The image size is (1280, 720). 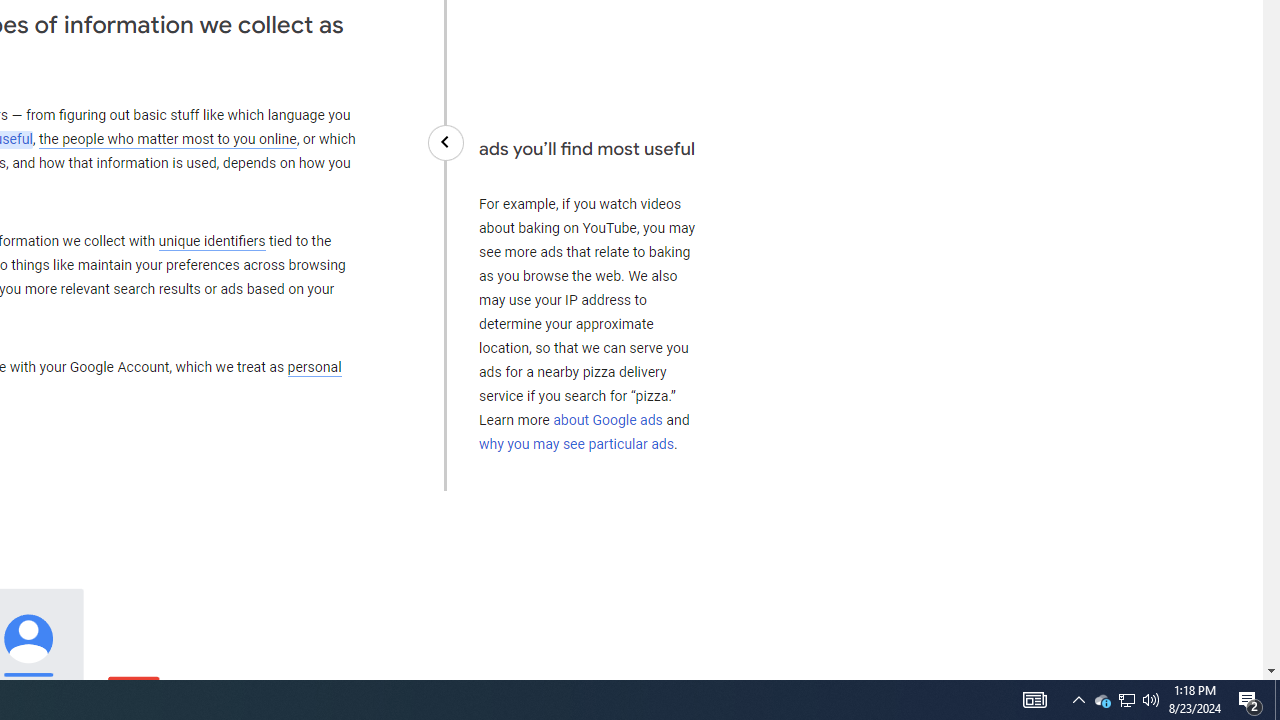 I want to click on 'why you may see particular ads', so click(x=575, y=442).